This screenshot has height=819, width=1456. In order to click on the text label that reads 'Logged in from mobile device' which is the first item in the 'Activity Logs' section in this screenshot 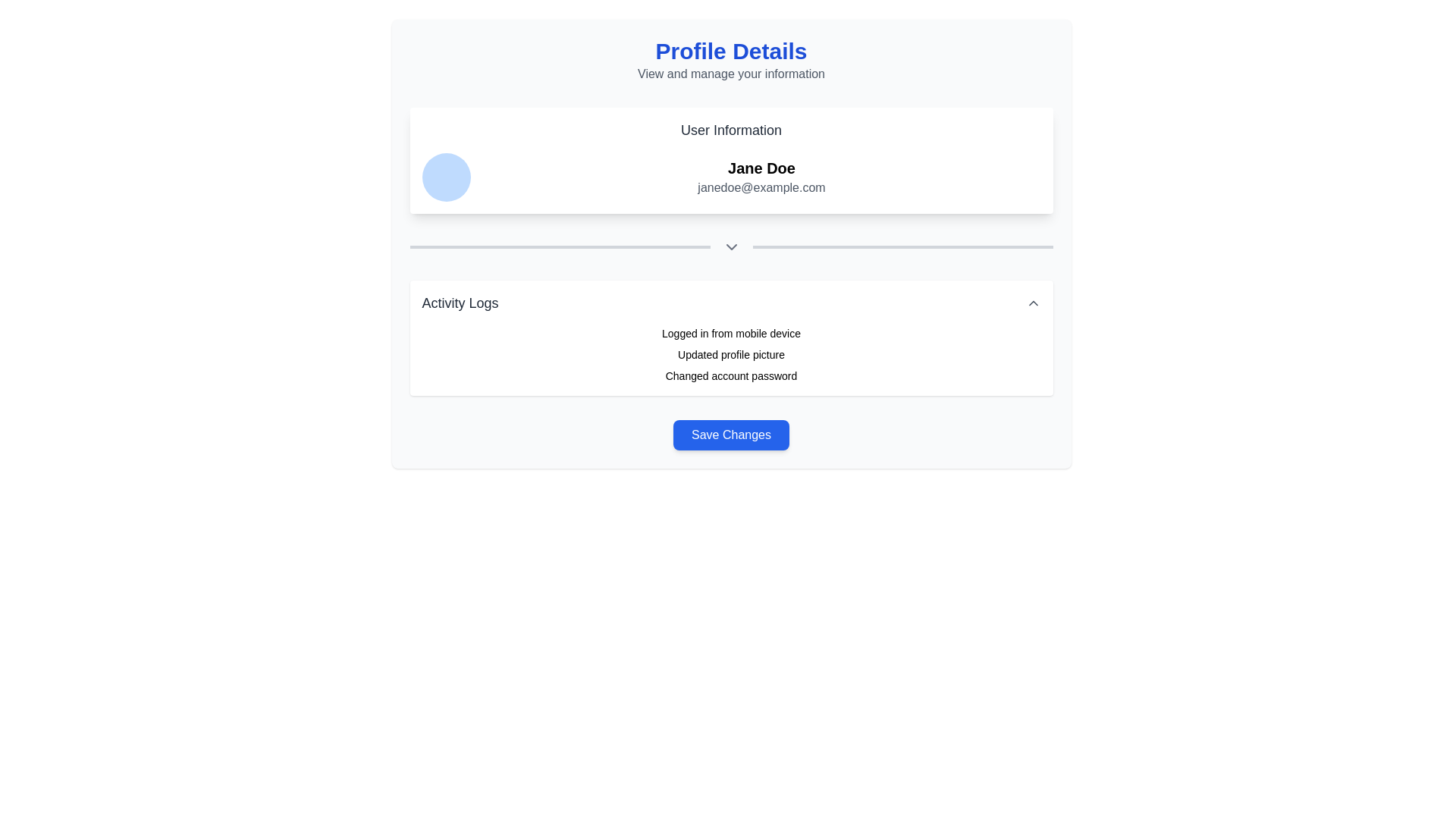, I will do `click(731, 332)`.